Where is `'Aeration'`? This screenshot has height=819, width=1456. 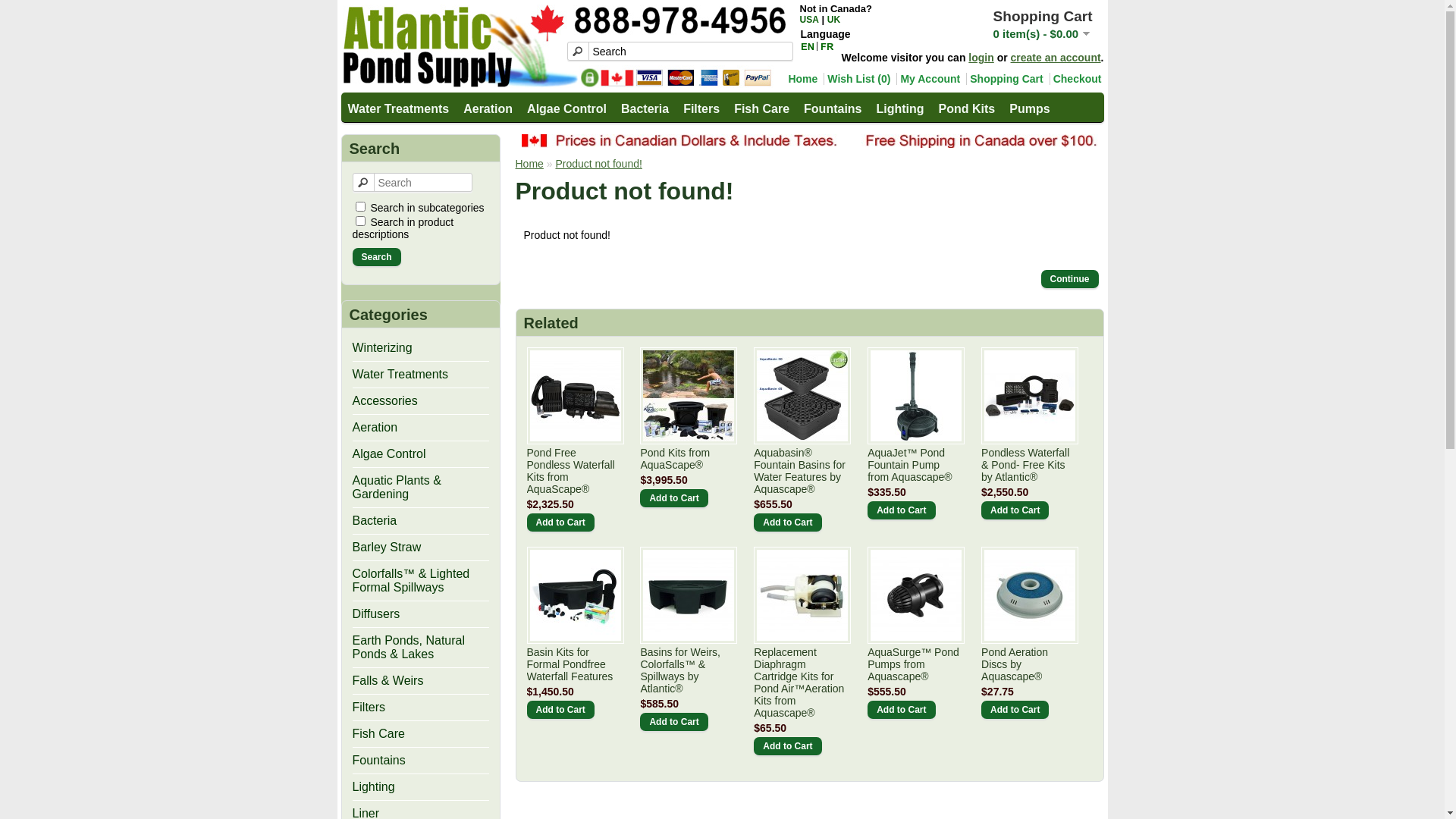
'Aeration' is located at coordinates (487, 106).